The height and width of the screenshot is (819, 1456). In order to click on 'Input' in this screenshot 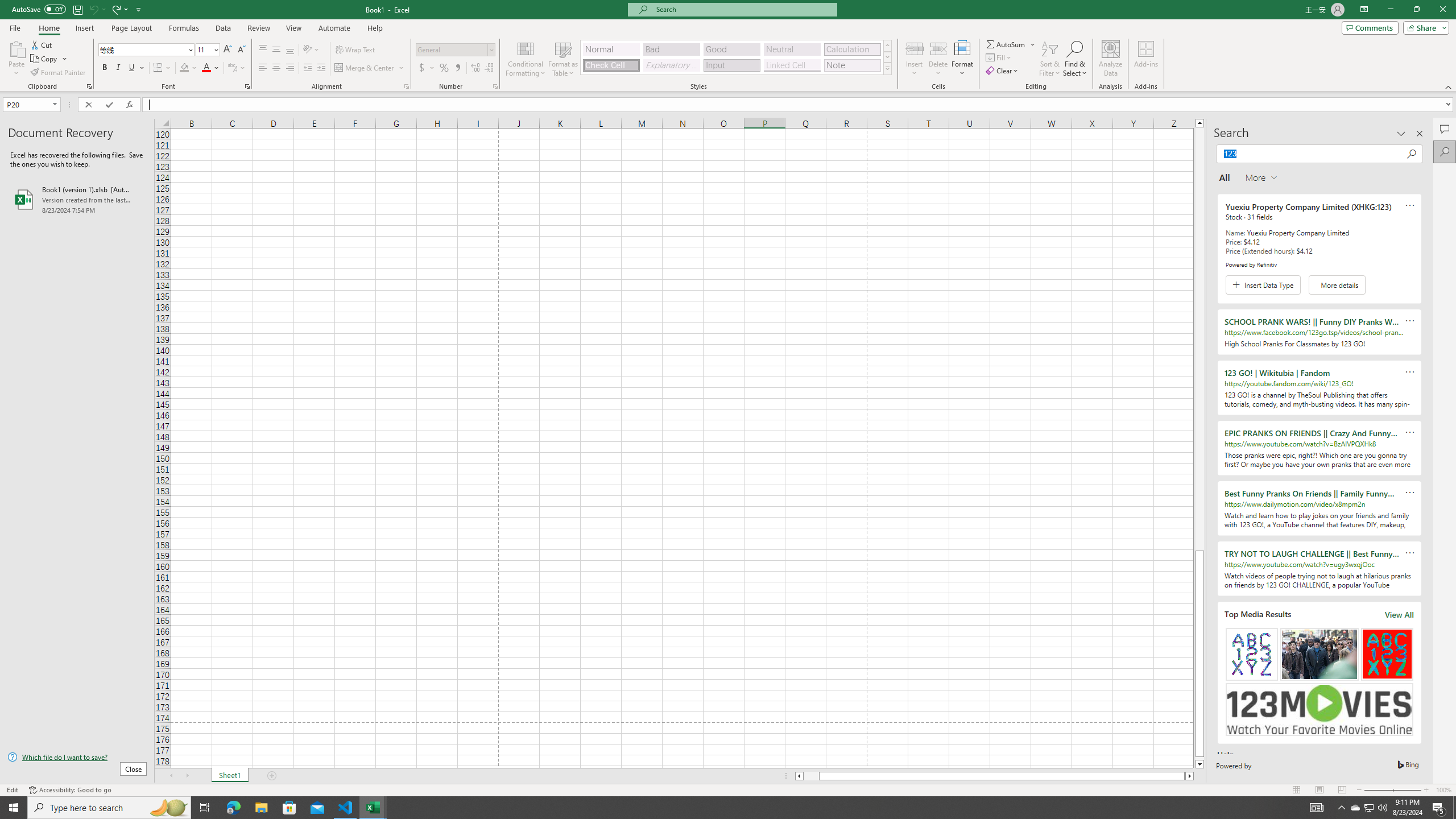, I will do `click(731, 65)`.